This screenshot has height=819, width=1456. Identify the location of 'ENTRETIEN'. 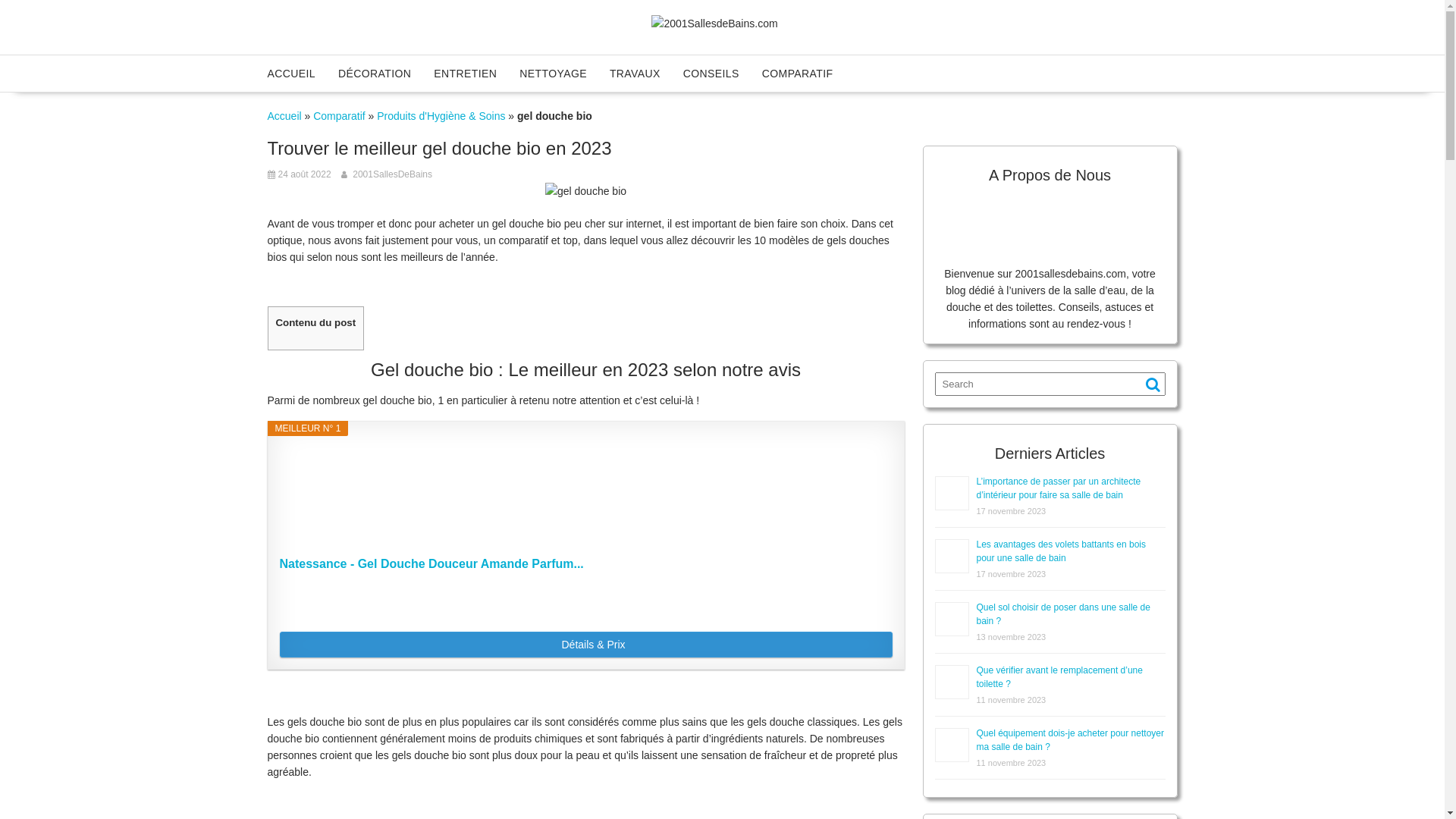
(464, 73).